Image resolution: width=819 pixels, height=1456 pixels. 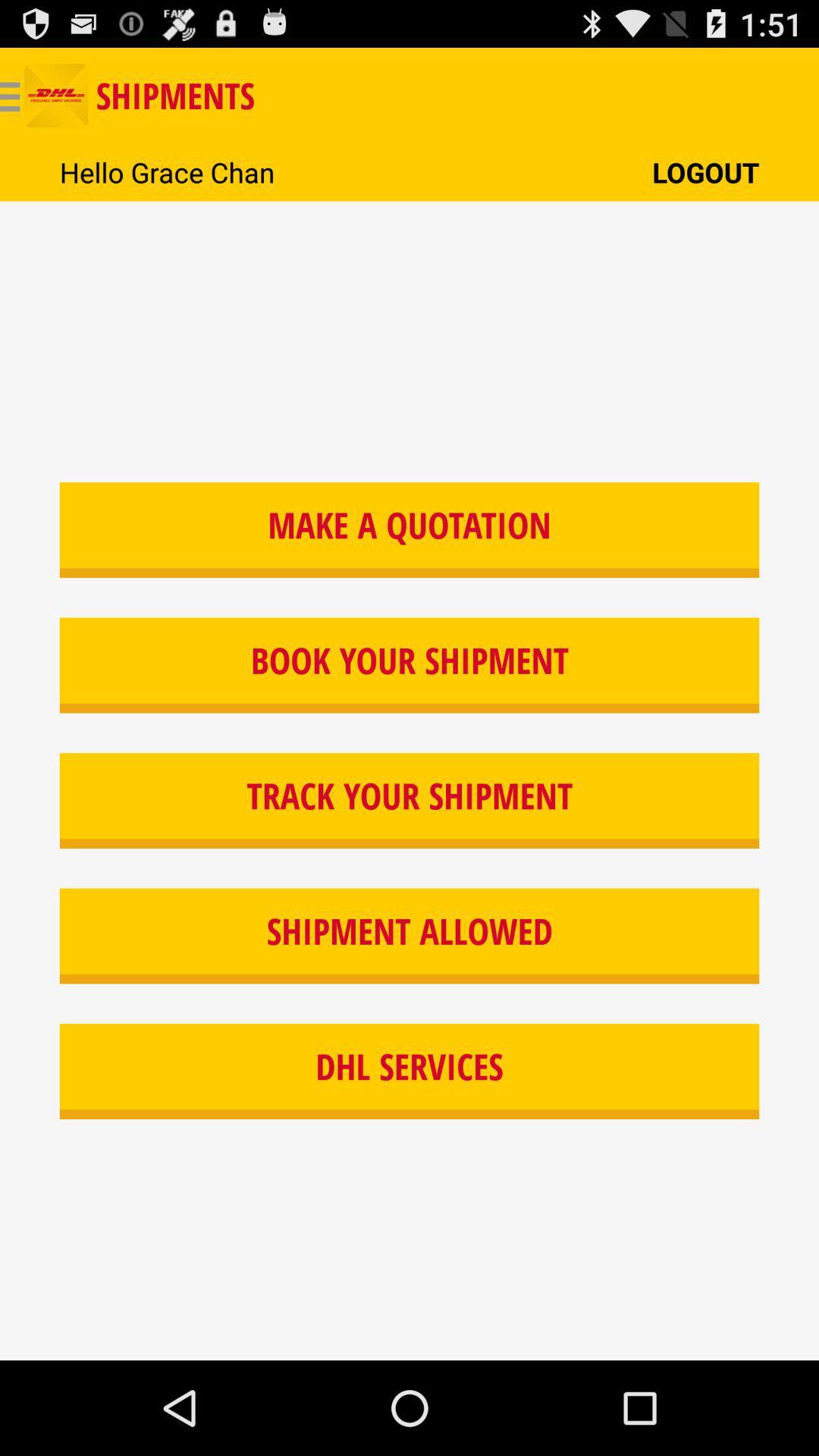 I want to click on the dhl services at the bottom, so click(x=409, y=1070).